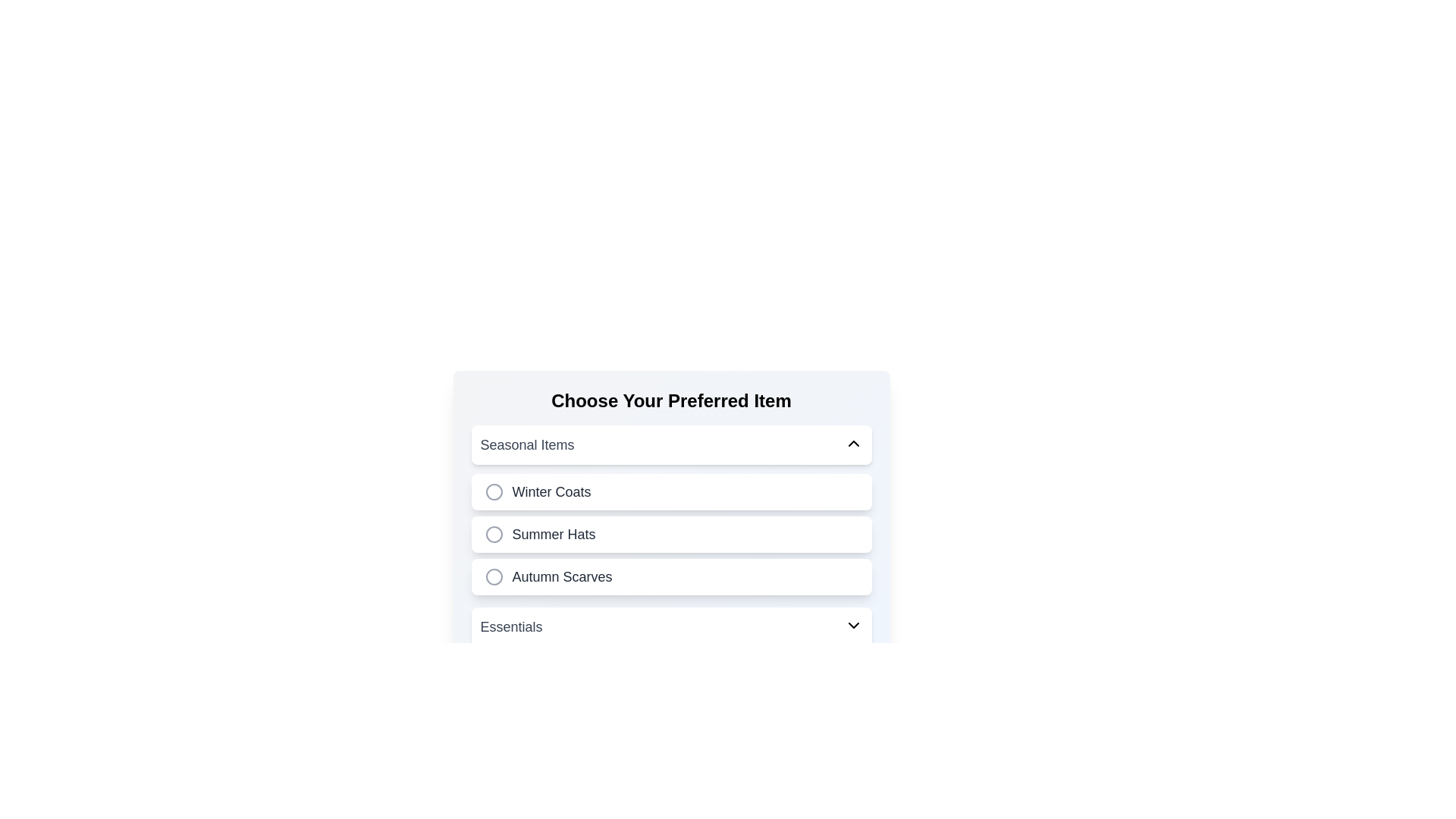 The height and width of the screenshot is (819, 1456). What do you see at coordinates (494, 576) in the screenshot?
I see `the radio button representing the selection status of the 'Autumn Scarves' option` at bounding box center [494, 576].